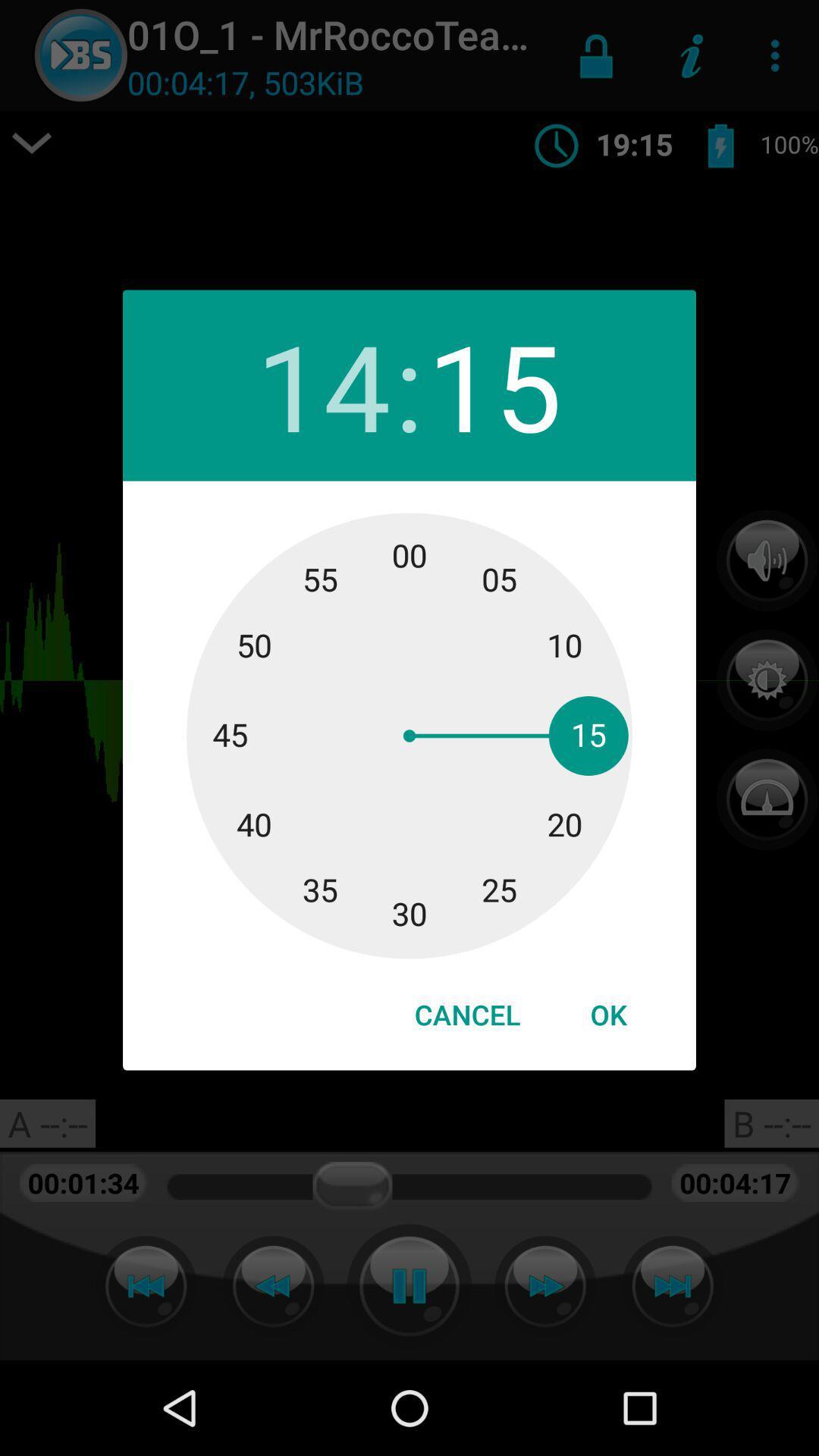 The height and width of the screenshot is (1456, 819). I want to click on 14 item, so click(322, 385).